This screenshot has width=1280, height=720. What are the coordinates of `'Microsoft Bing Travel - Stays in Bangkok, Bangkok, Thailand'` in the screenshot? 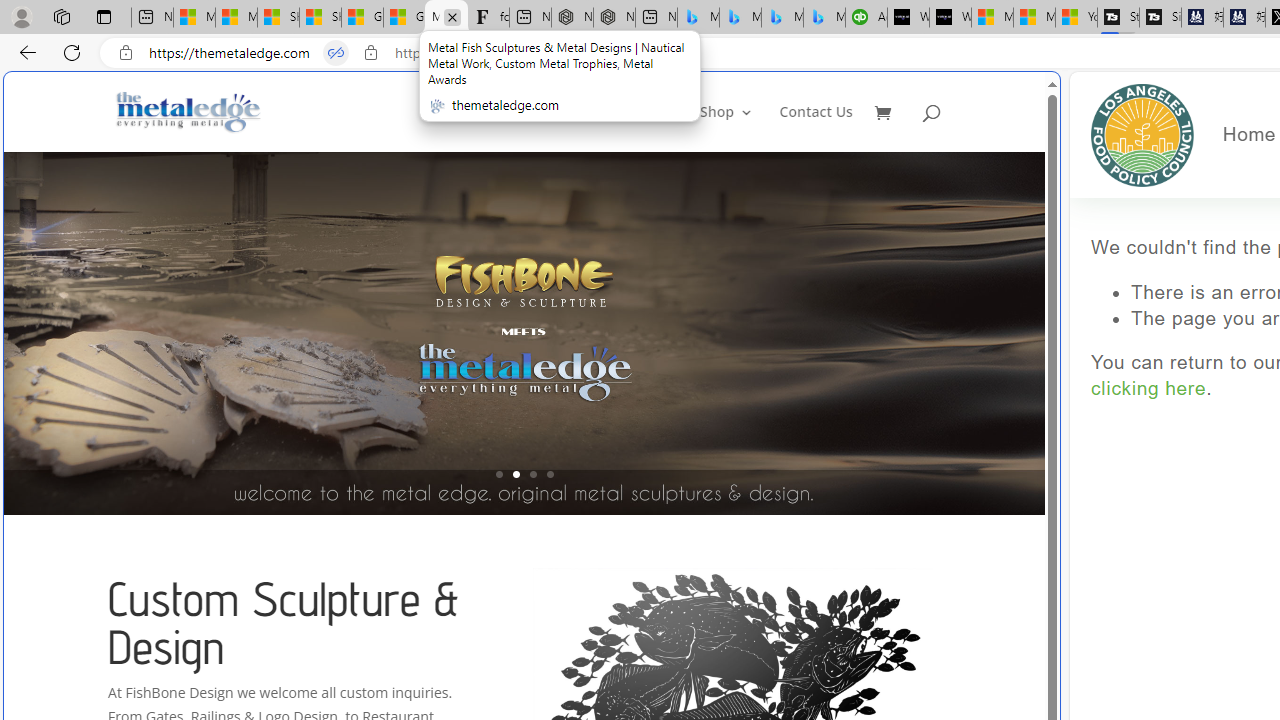 It's located at (739, 17).